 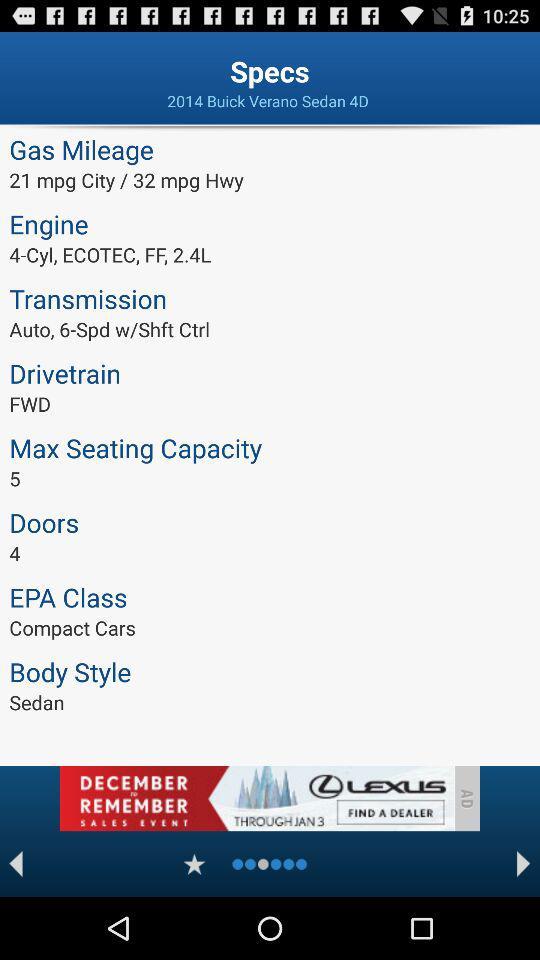 What do you see at coordinates (523, 863) in the screenshot?
I see `next page` at bounding box center [523, 863].